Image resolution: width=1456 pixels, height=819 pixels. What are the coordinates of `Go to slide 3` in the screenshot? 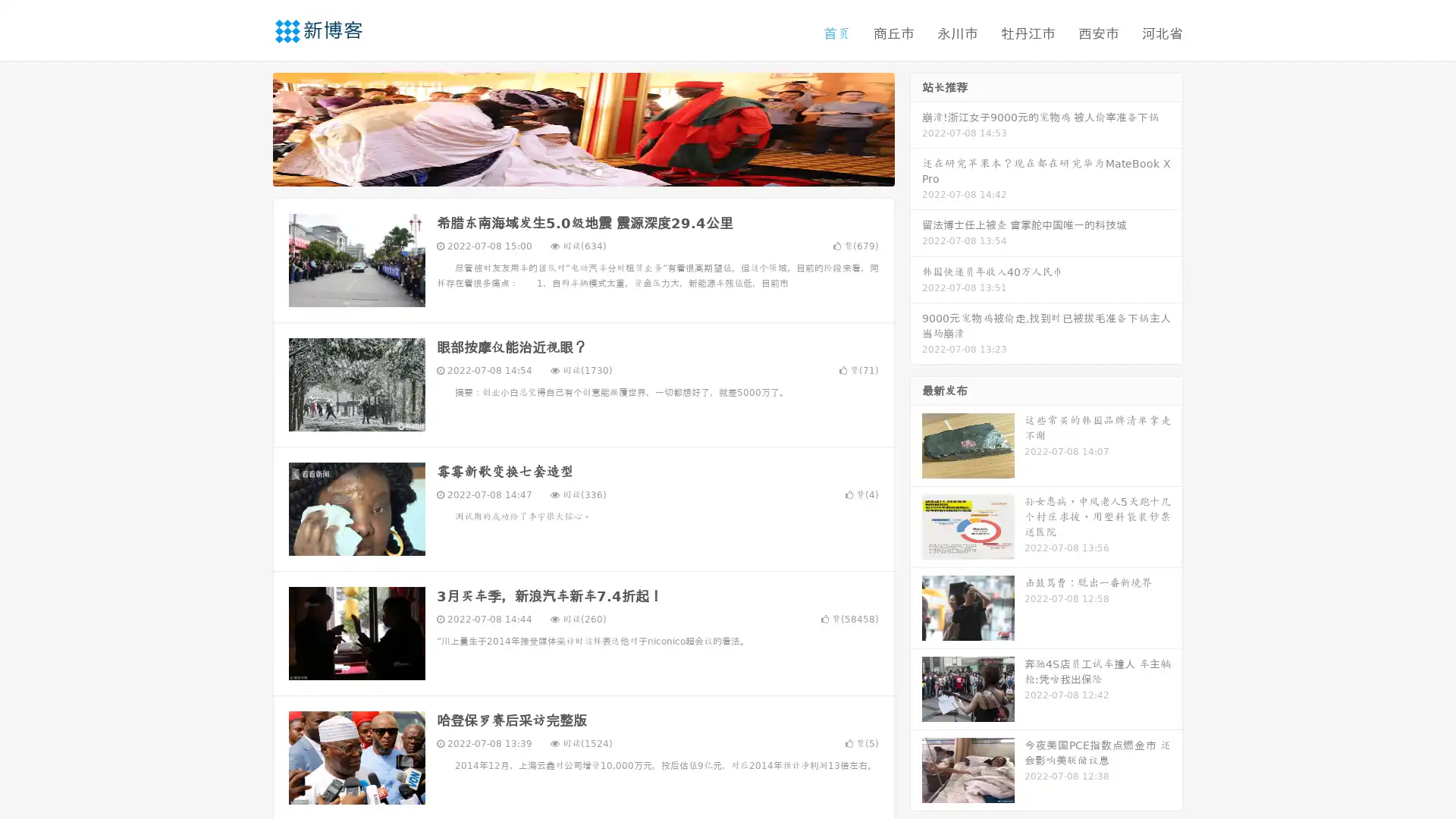 It's located at (598, 171).